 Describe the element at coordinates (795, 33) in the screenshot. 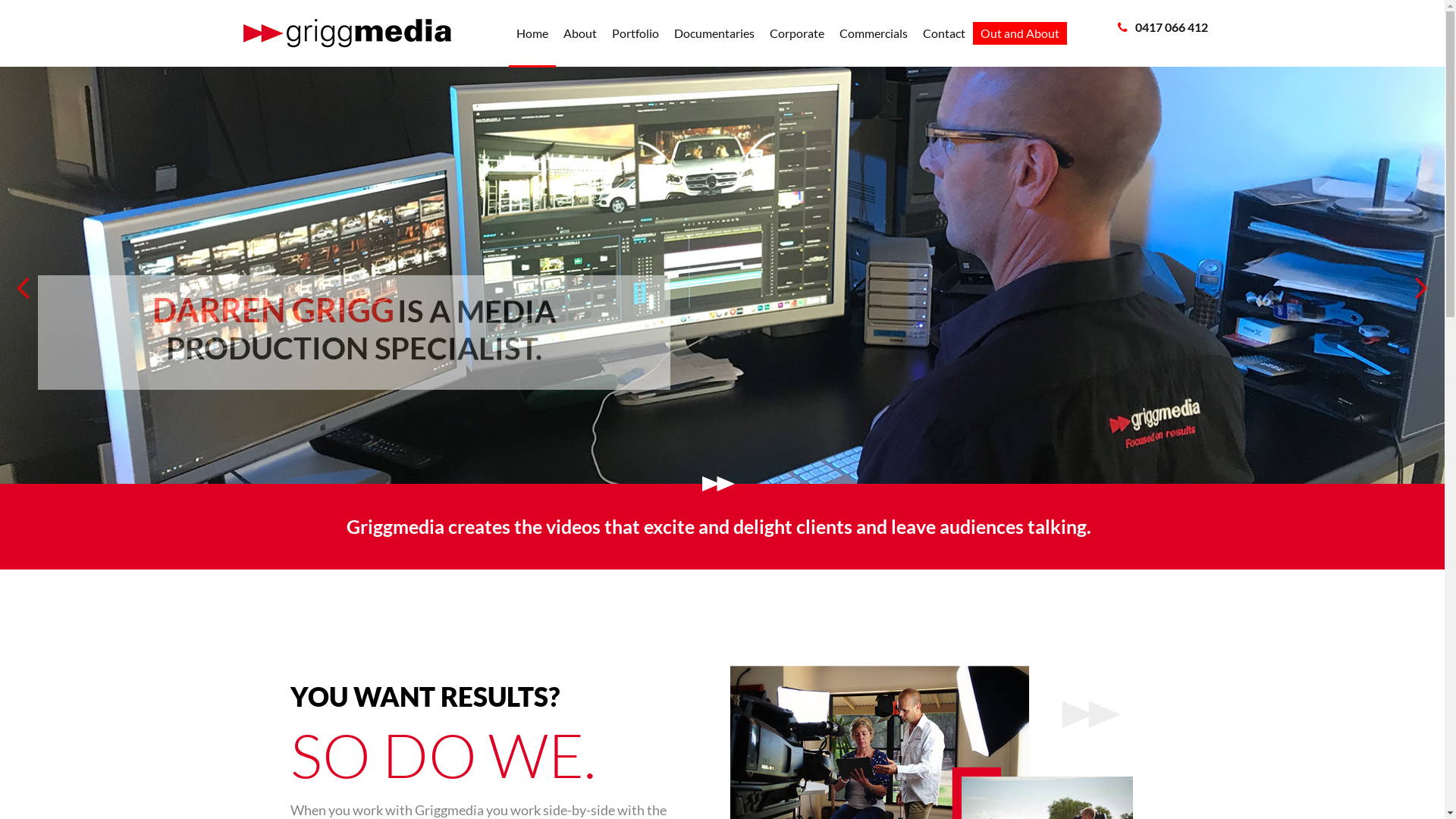

I see `'Corporate'` at that location.